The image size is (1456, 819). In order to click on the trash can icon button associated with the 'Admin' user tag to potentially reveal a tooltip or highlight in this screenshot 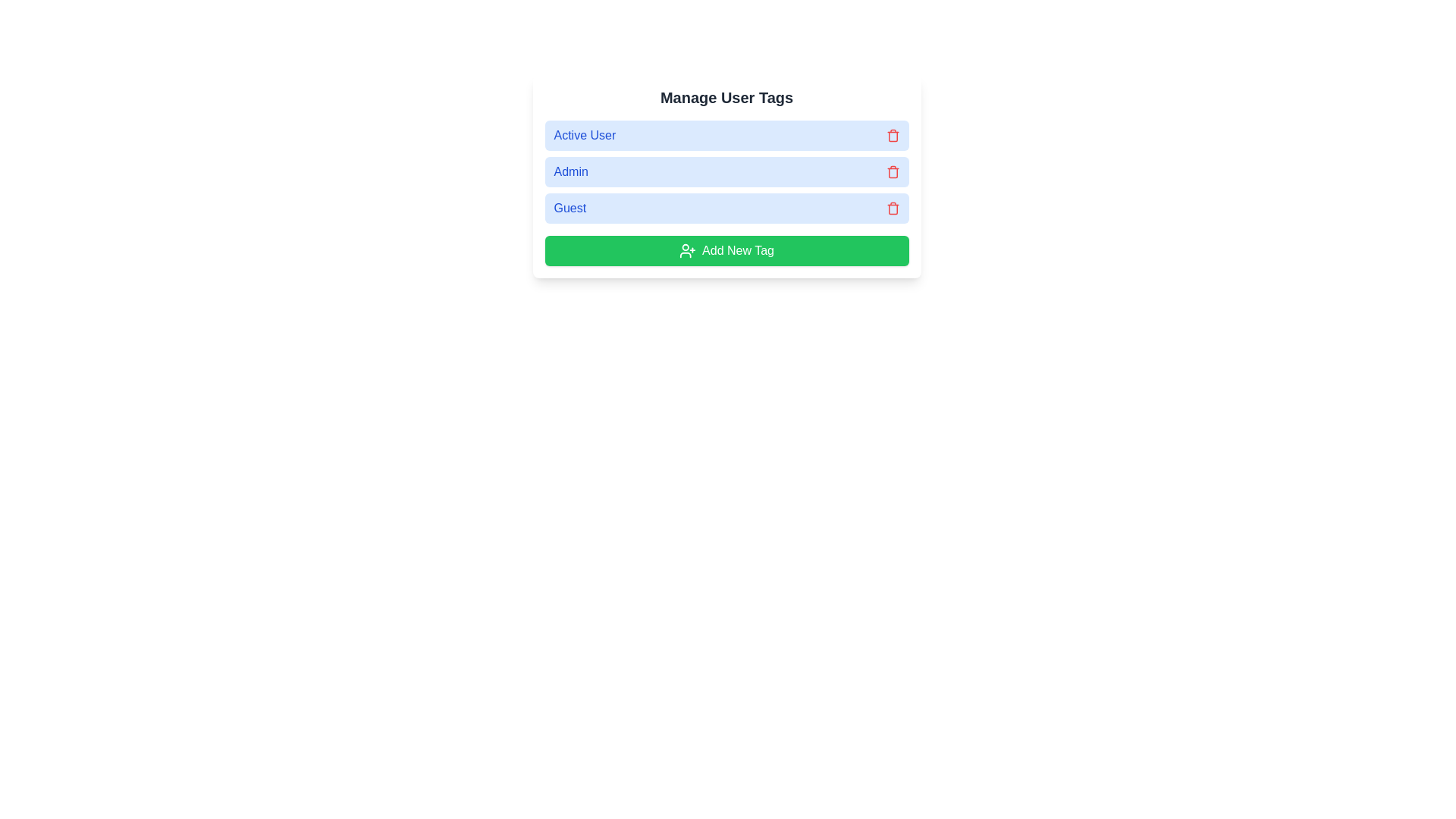, I will do `click(893, 172)`.